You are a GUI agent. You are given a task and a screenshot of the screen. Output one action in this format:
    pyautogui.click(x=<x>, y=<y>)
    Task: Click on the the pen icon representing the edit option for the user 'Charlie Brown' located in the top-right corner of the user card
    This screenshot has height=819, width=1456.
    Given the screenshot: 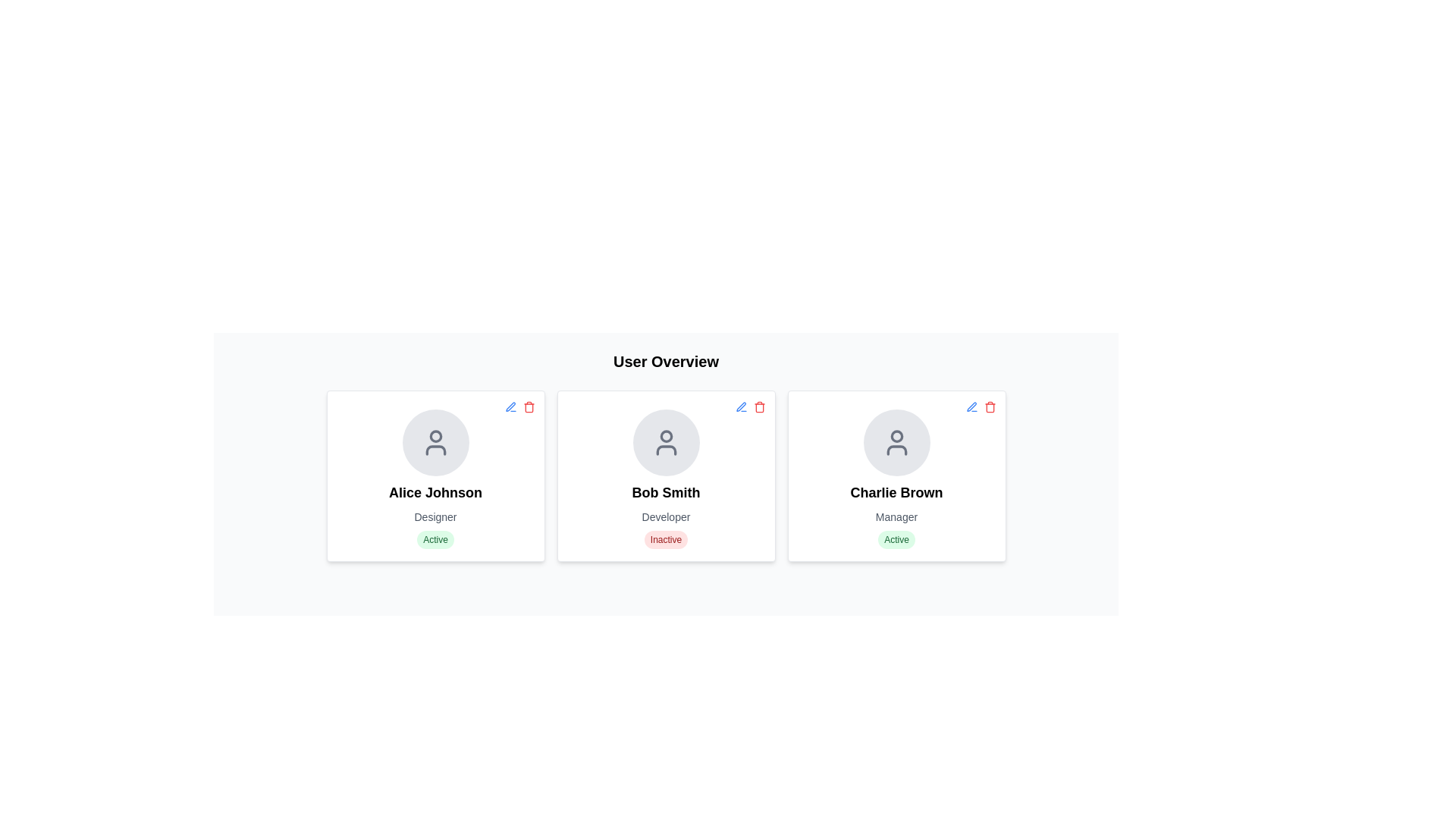 What is the action you would take?
    pyautogui.click(x=971, y=406)
    